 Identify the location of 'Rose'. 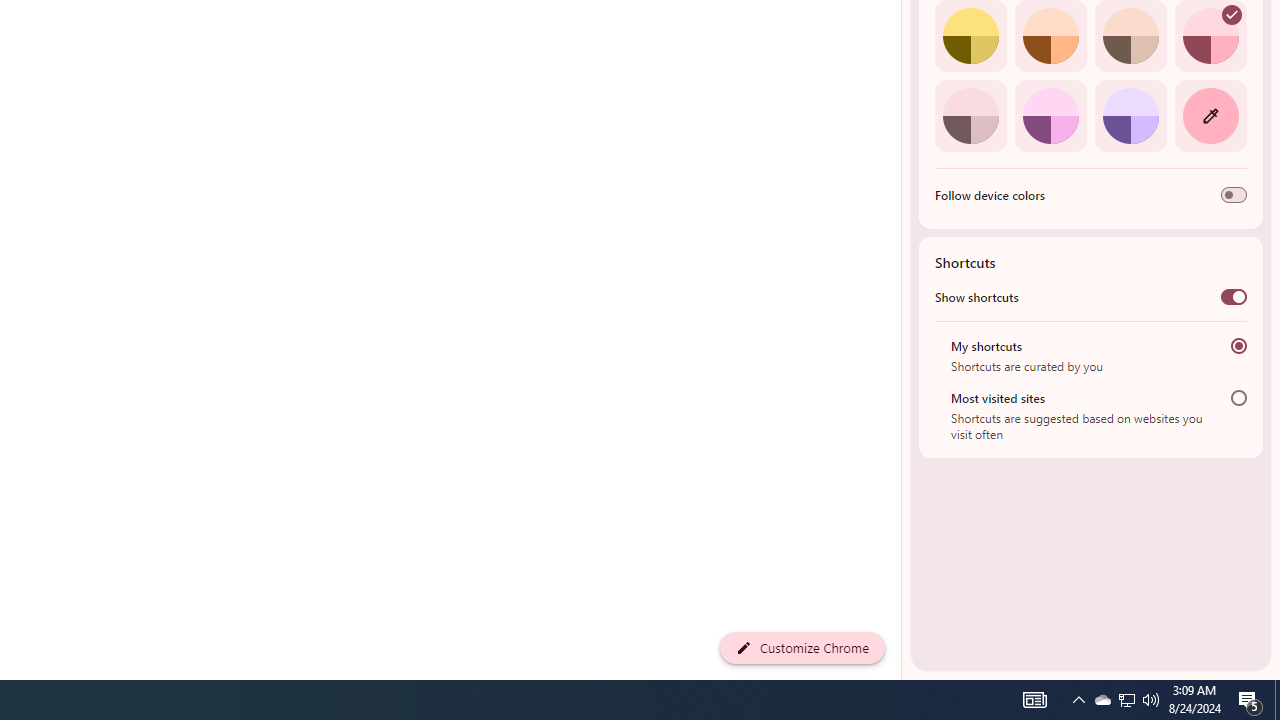
(1209, 36).